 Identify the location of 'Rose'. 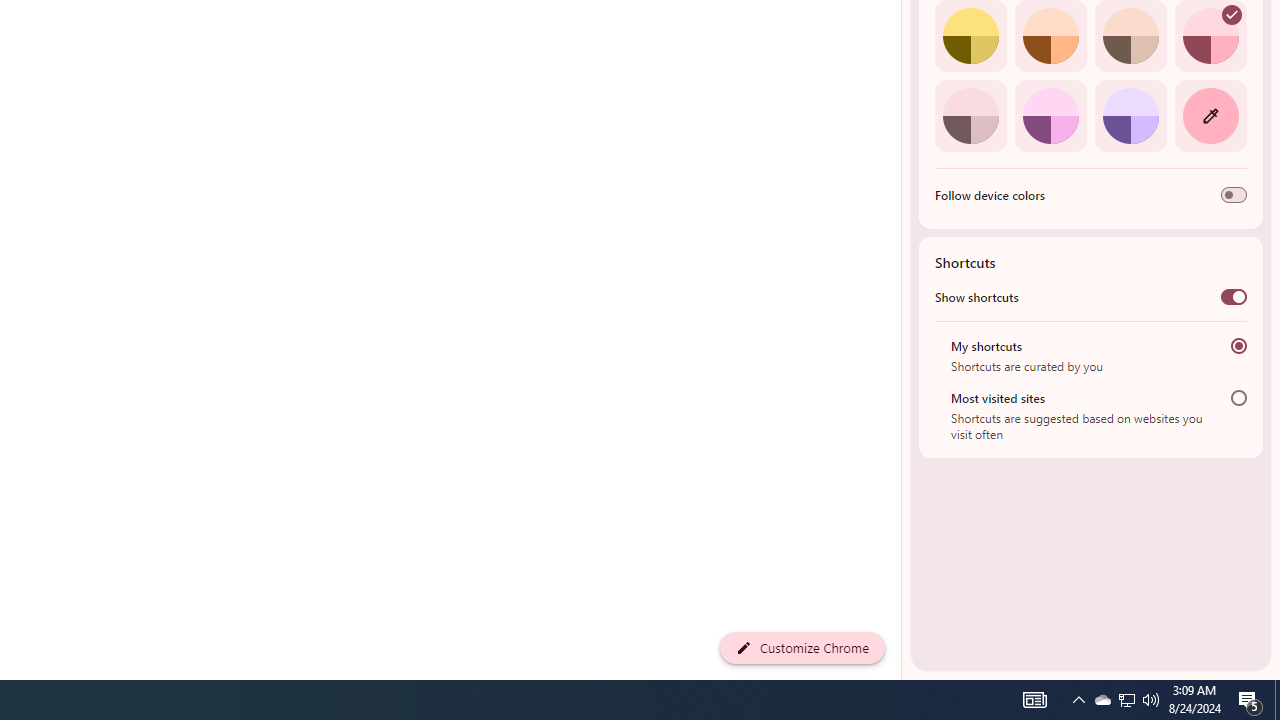
(1209, 36).